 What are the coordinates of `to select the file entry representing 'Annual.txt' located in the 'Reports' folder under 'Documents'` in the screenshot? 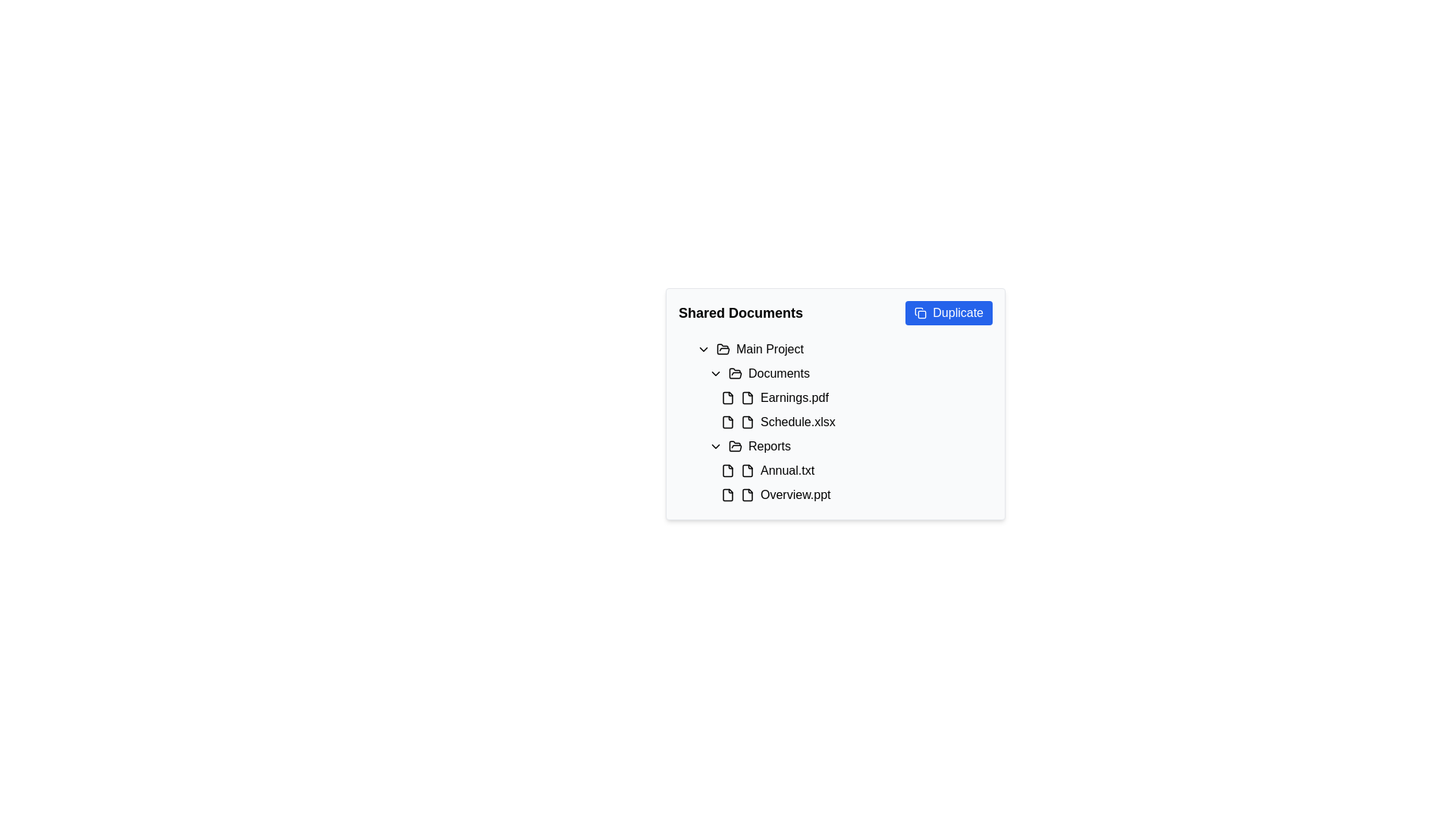 It's located at (847, 470).